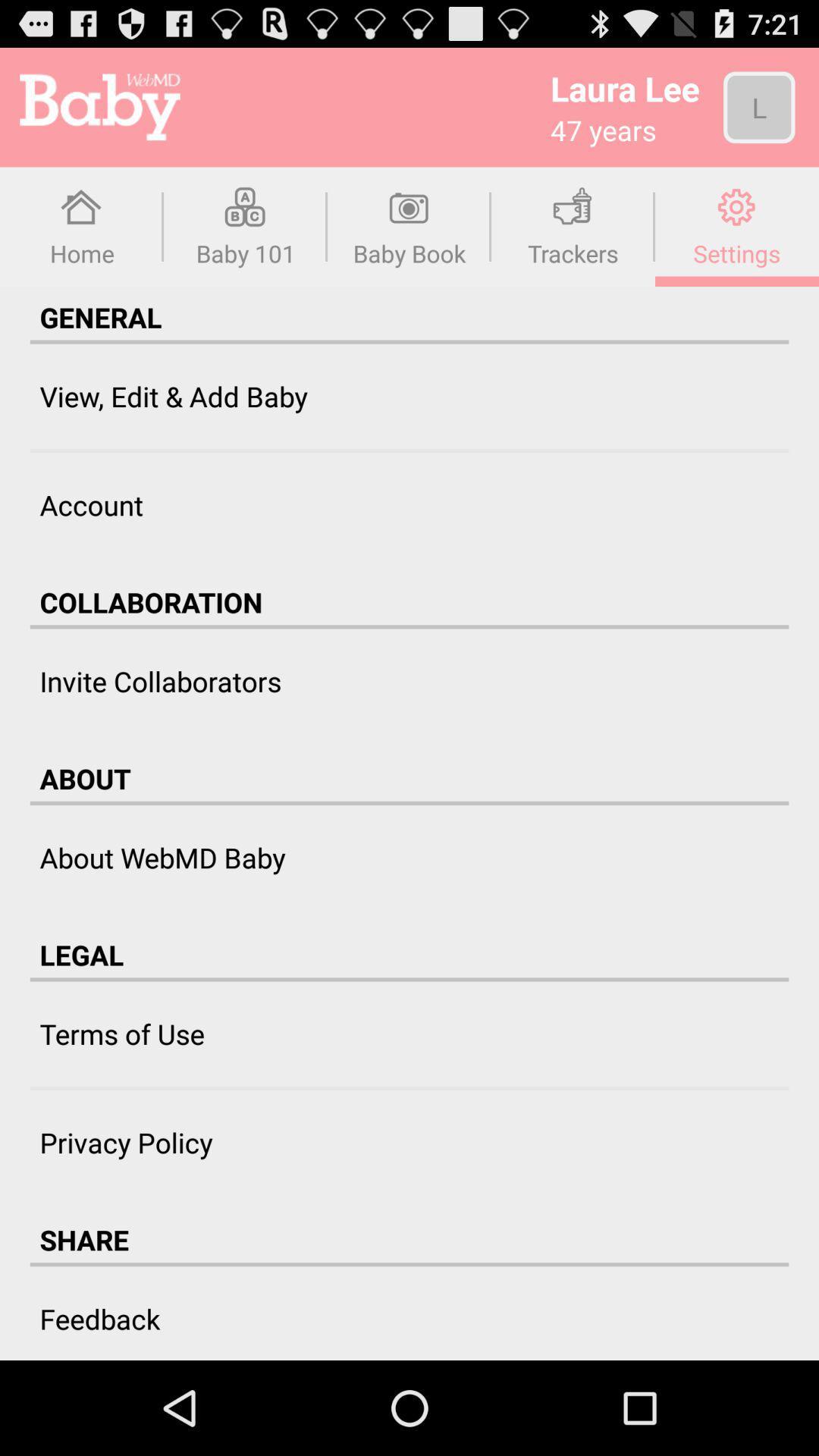  Describe the element at coordinates (409, 1264) in the screenshot. I see `the icon above the feedback` at that location.